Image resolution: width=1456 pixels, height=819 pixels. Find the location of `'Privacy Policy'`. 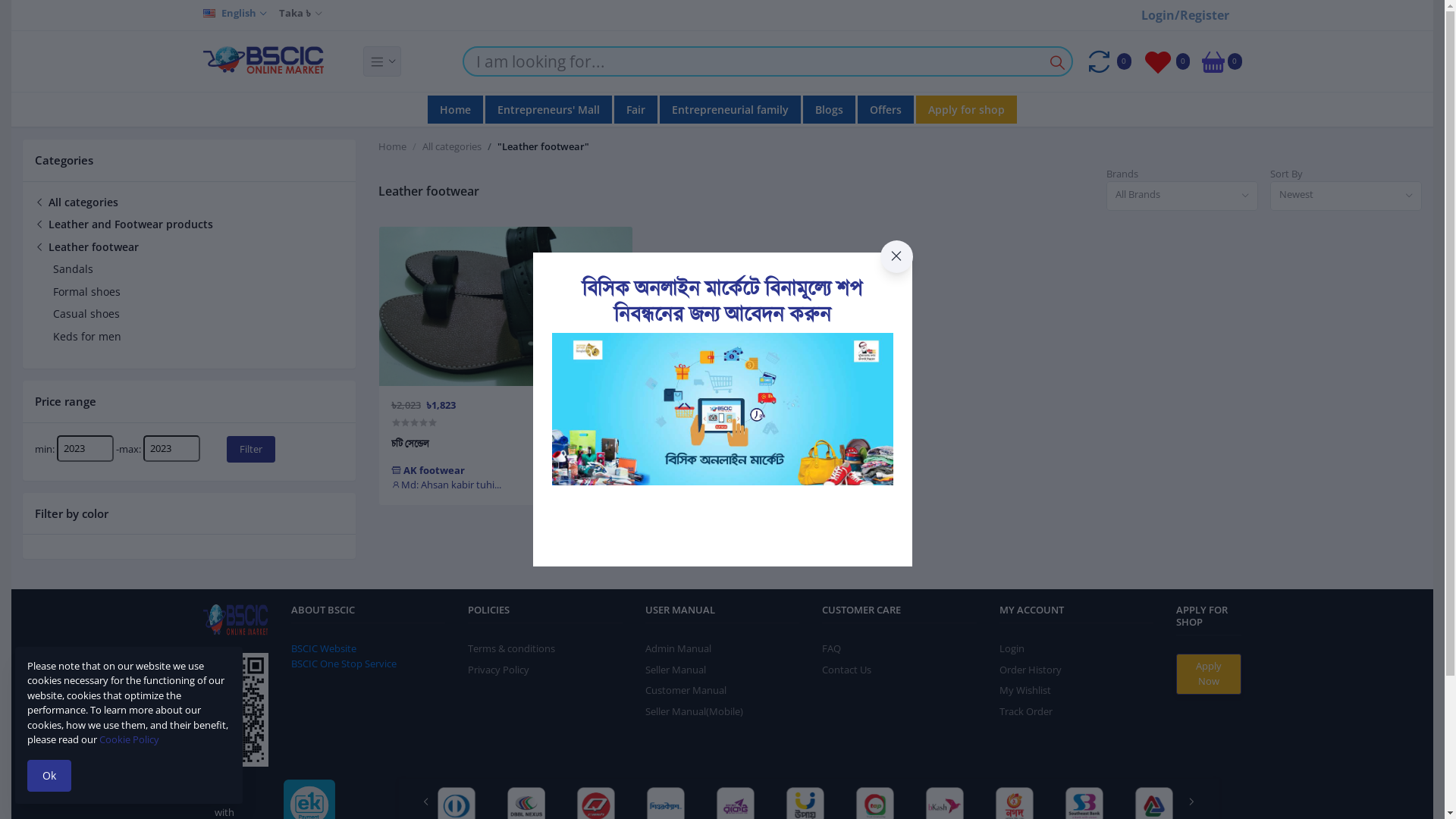

'Privacy Policy' is located at coordinates (498, 669).